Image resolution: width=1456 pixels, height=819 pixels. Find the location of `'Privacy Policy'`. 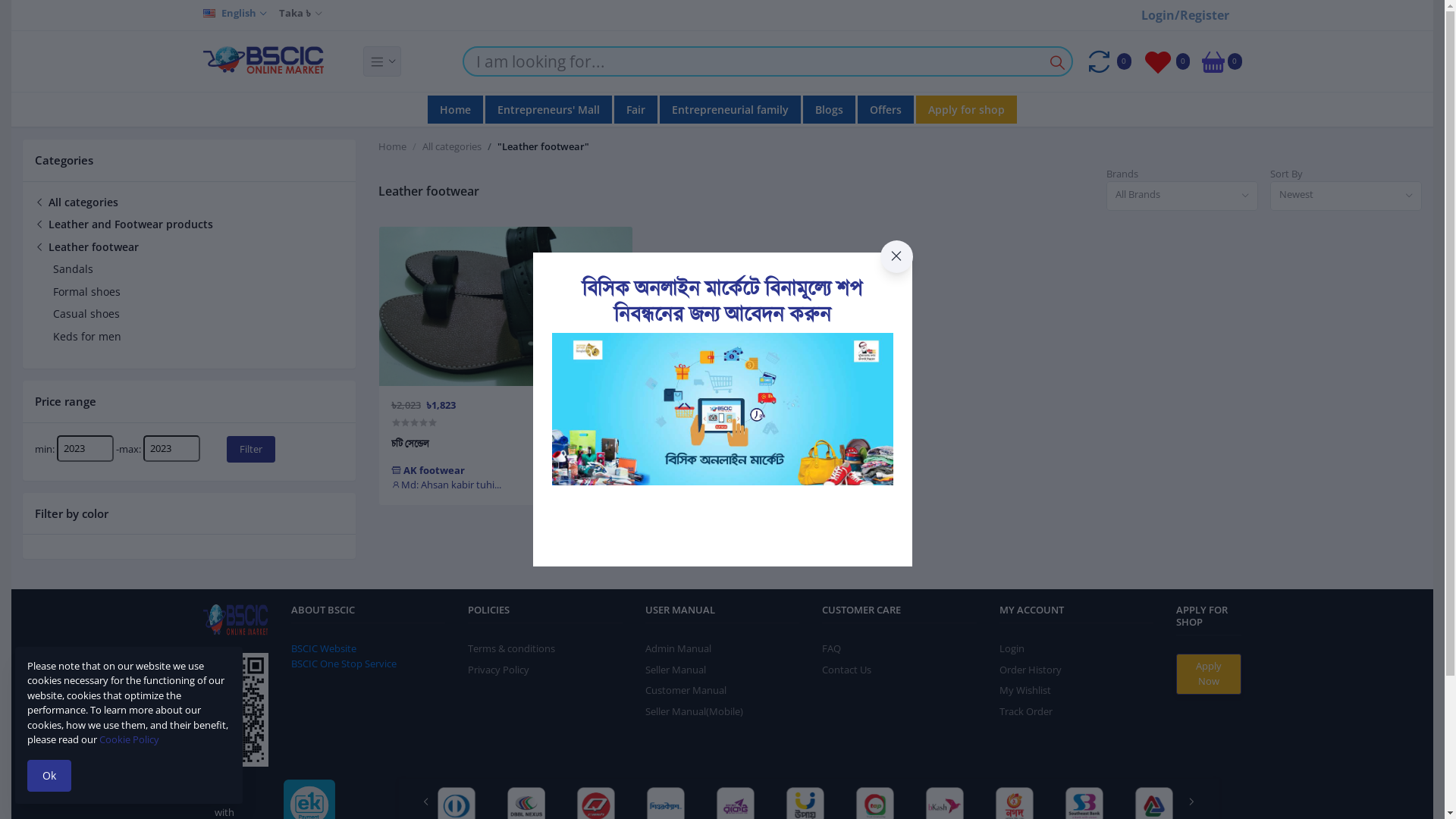

'Privacy Policy' is located at coordinates (498, 669).